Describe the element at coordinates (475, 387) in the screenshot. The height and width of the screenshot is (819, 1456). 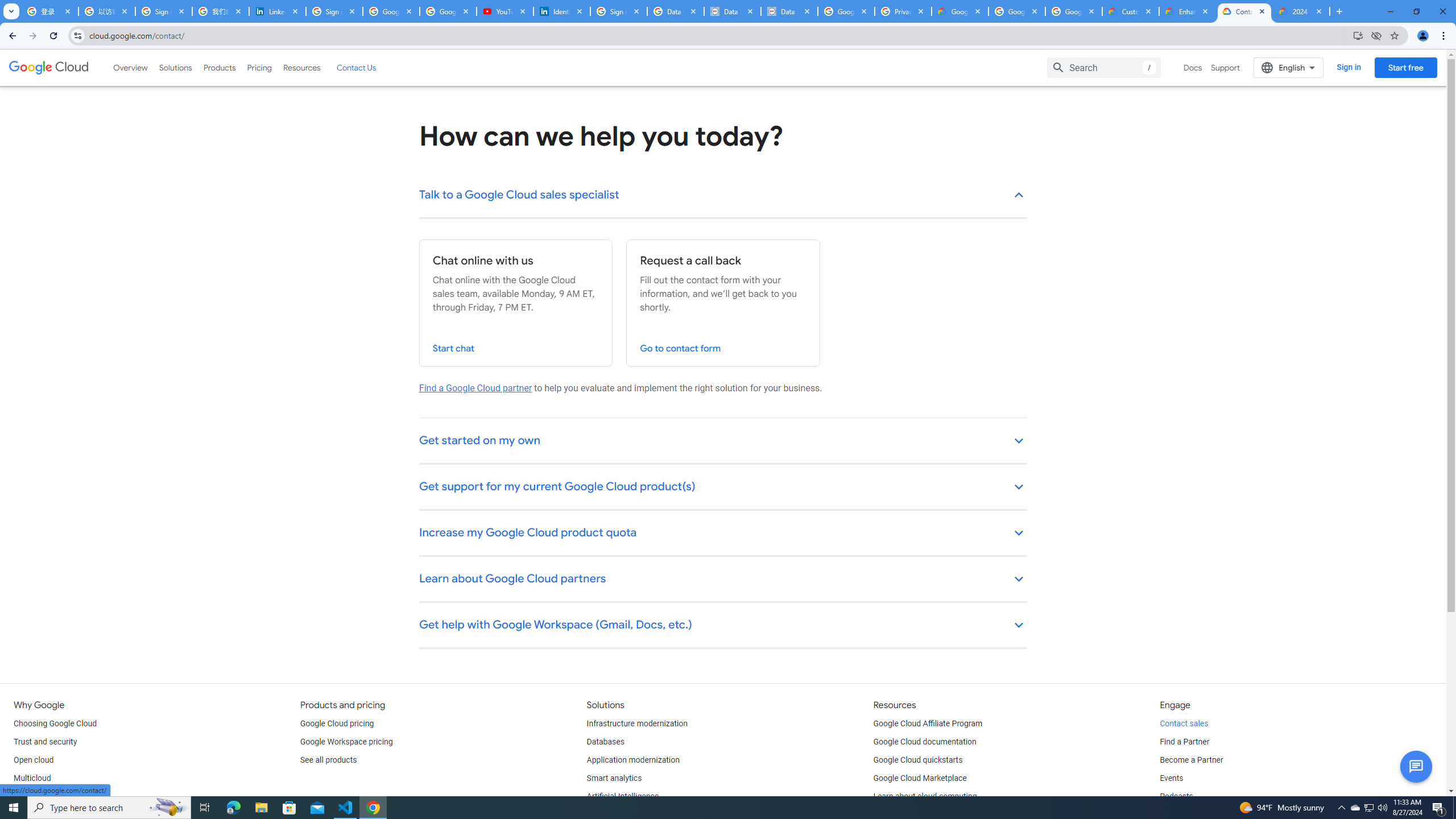
I see `'Find a Google Cloud partner'` at that location.